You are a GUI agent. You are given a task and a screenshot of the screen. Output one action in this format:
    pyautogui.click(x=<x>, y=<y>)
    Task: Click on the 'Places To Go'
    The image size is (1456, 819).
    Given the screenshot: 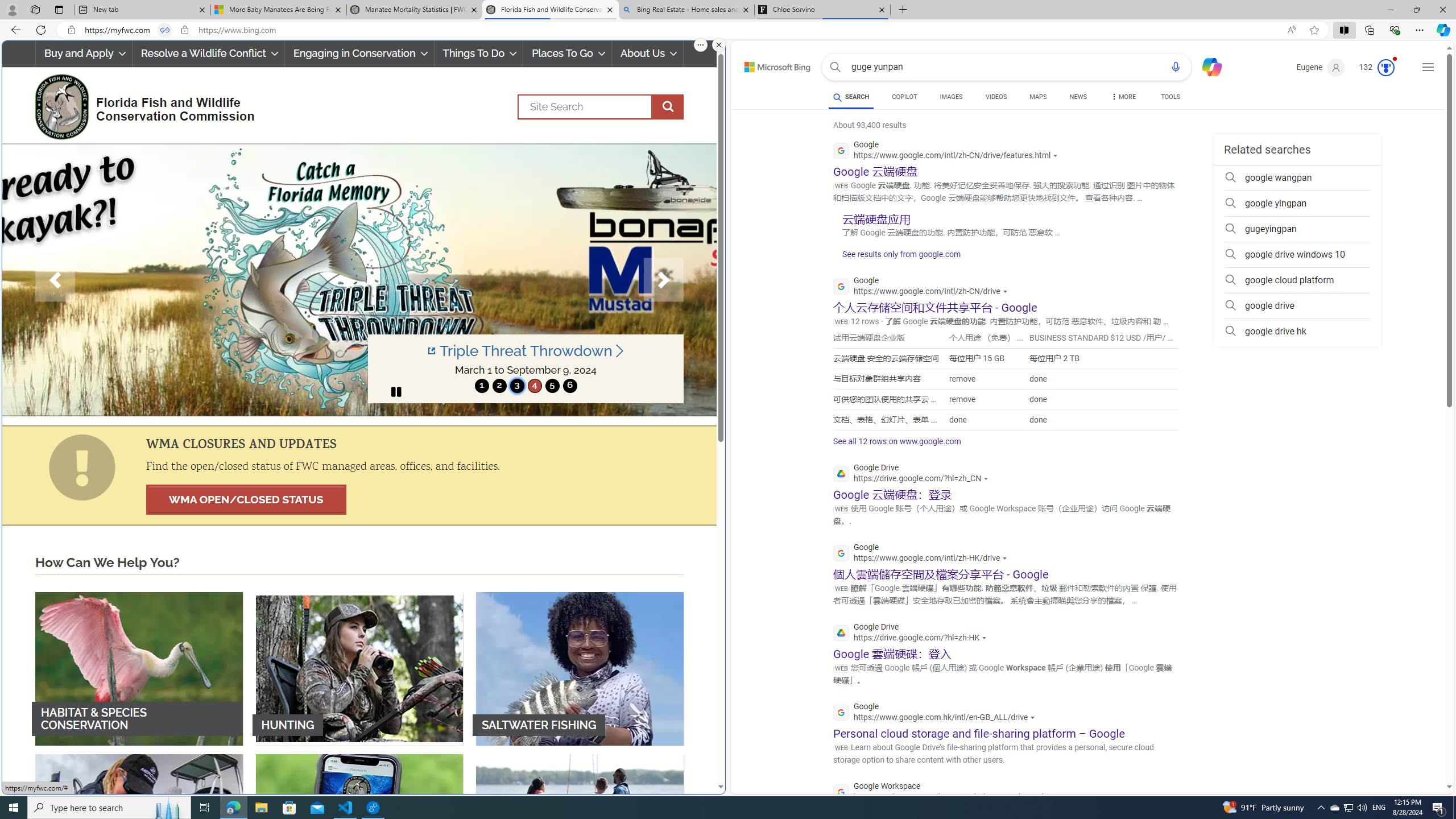 What is the action you would take?
    pyautogui.click(x=566, y=53)
    